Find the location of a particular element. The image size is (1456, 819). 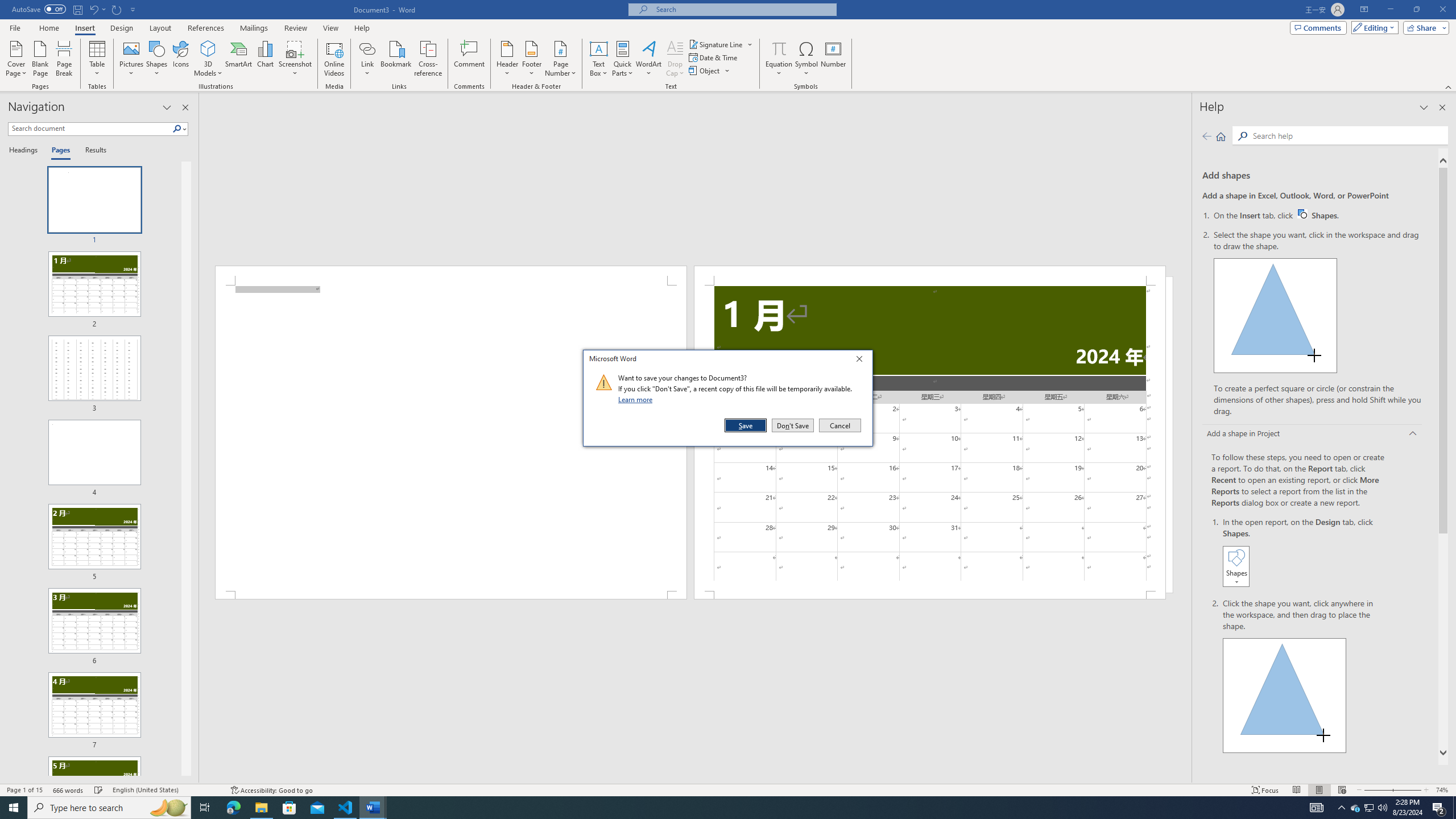

'Text Box' is located at coordinates (598, 59).